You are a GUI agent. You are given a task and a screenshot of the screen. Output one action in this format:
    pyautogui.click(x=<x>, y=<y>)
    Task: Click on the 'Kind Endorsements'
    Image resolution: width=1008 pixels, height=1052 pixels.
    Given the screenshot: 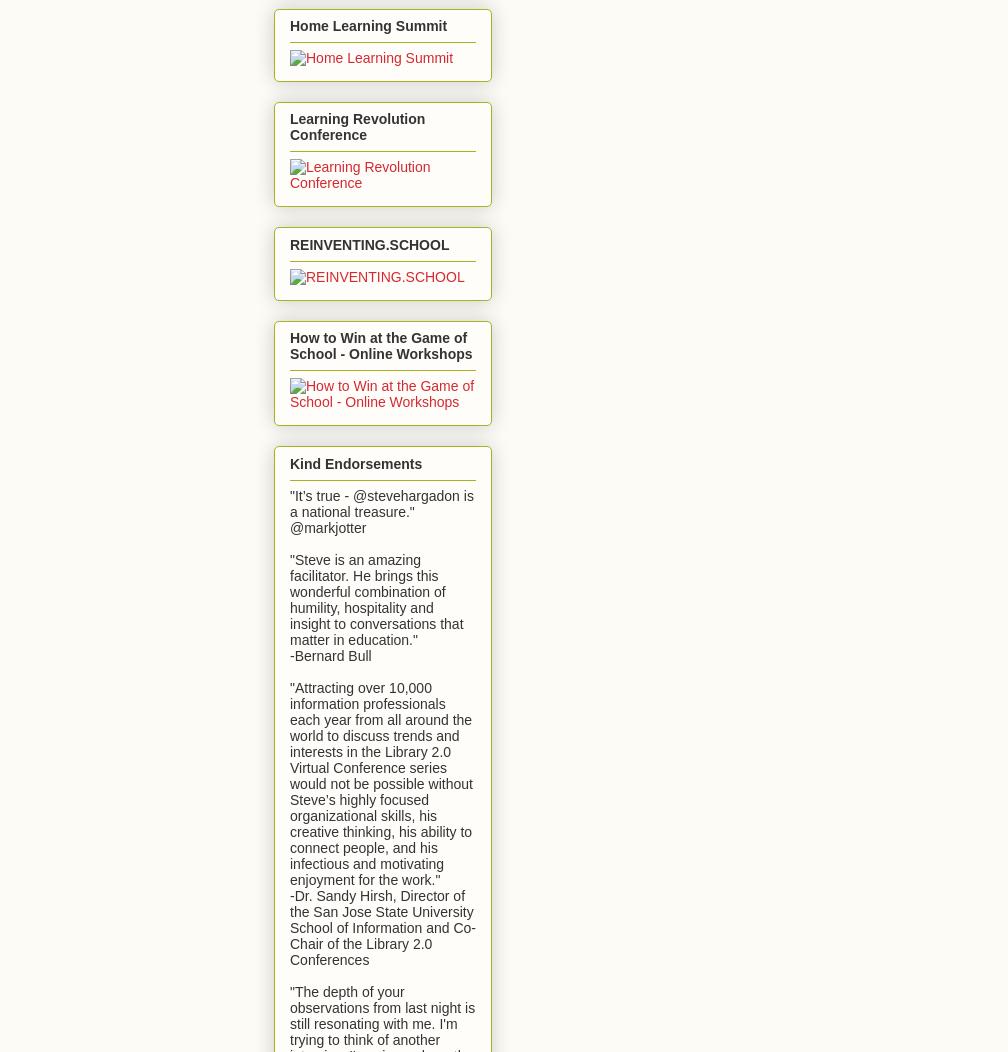 What is the action you would take?
    pyautogui.click(x=356, y=462)
    